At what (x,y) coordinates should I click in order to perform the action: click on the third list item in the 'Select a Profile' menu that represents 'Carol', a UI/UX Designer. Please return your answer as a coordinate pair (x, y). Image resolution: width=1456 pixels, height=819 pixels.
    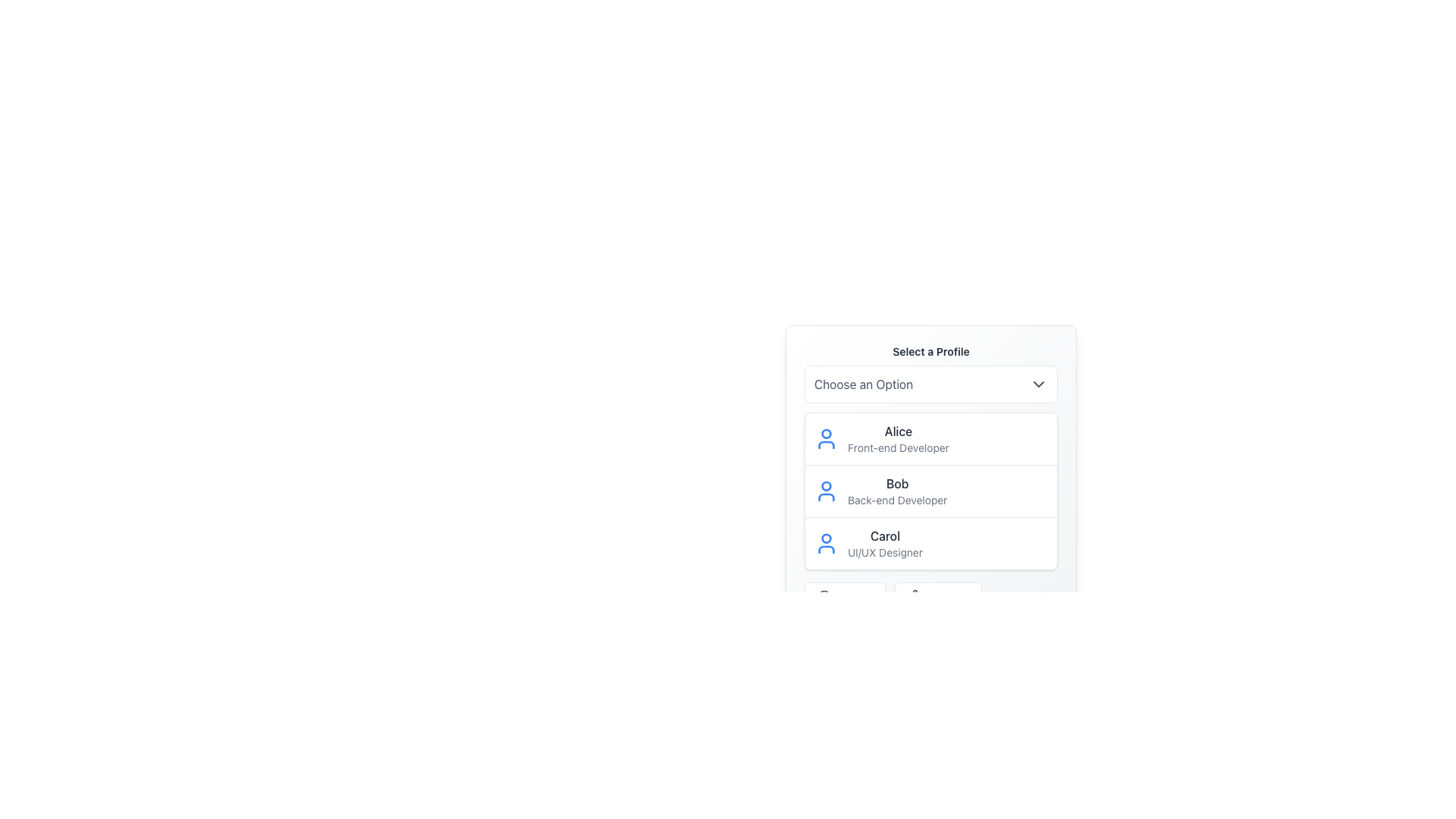
    Looking at the image, I should click on (930, 542).